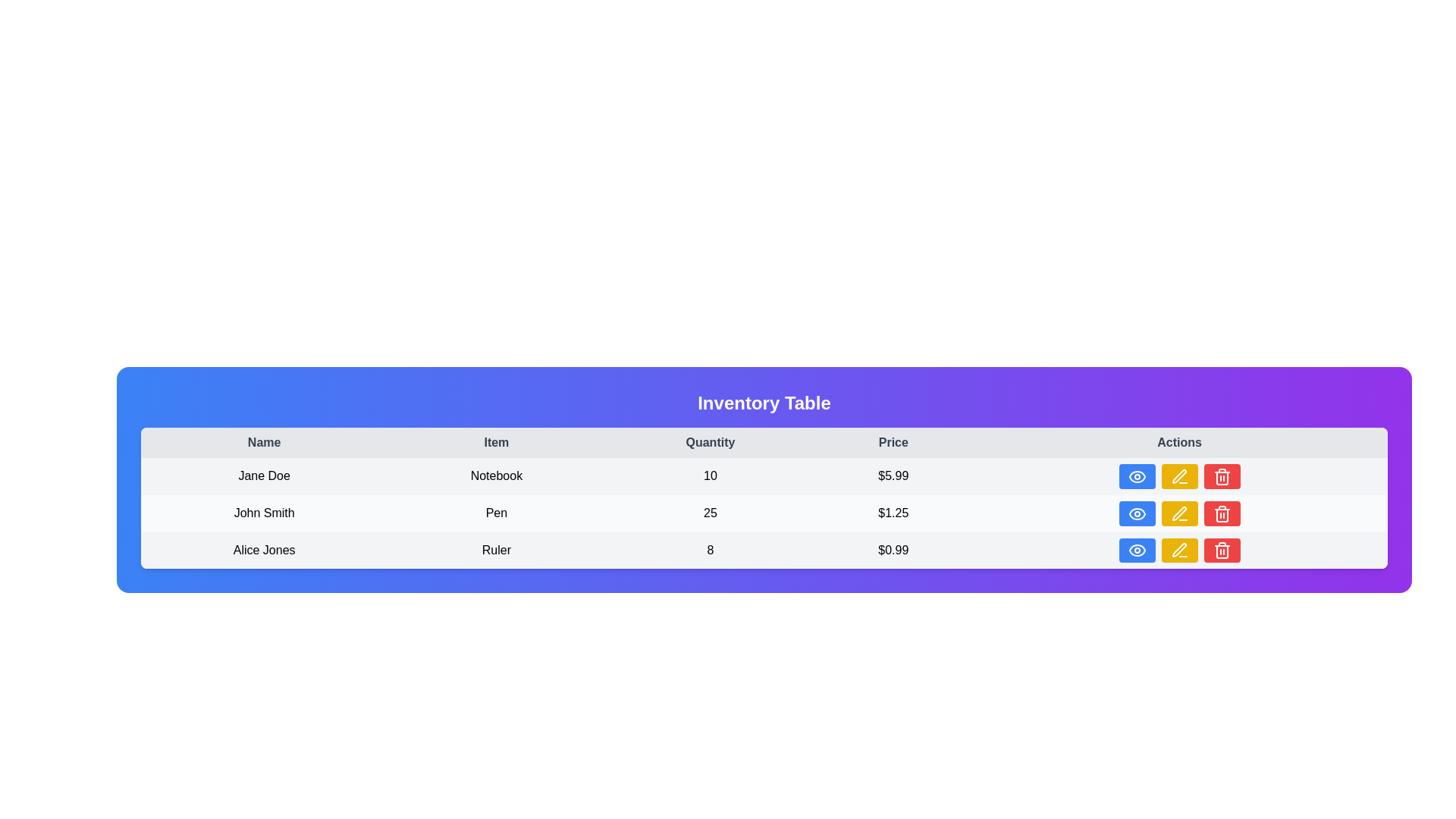  What do you see at coordinates (264, 442) in the screenshot?
I see `the 'Name' label` at bounding box center [264, 442].